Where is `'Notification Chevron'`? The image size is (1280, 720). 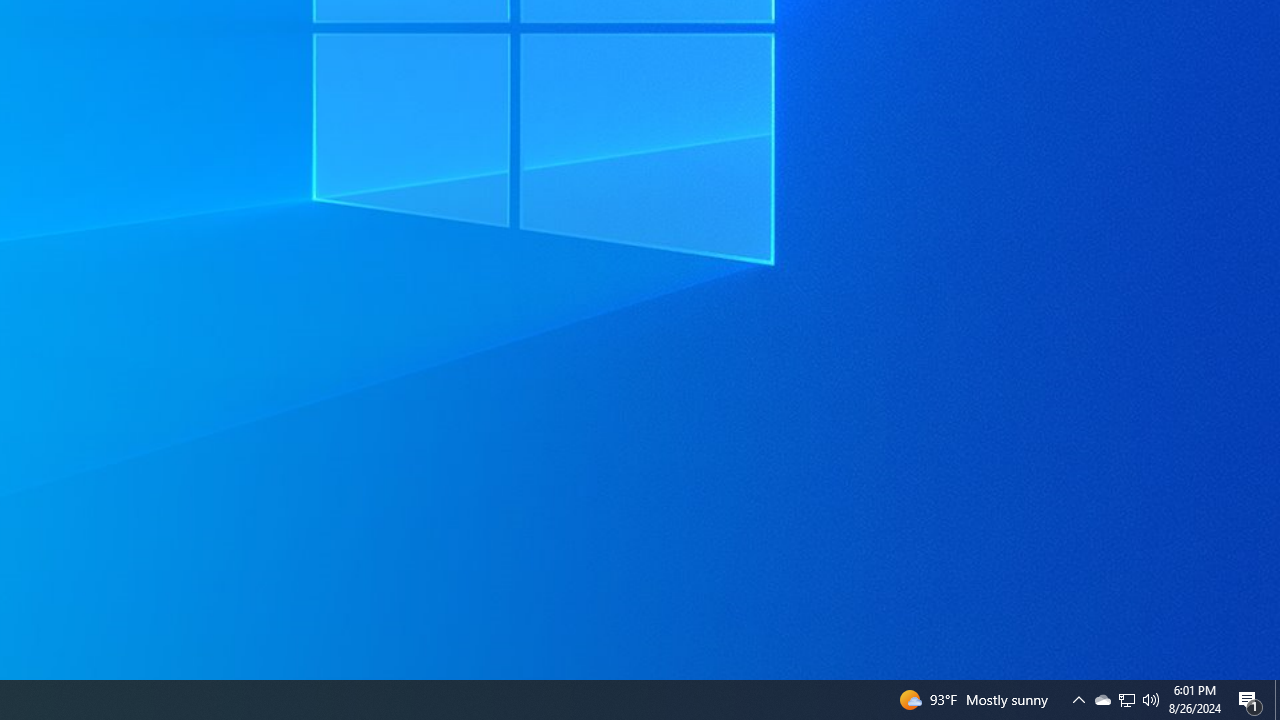 'Notification Chevron' is located at coordinates (1078, 698).